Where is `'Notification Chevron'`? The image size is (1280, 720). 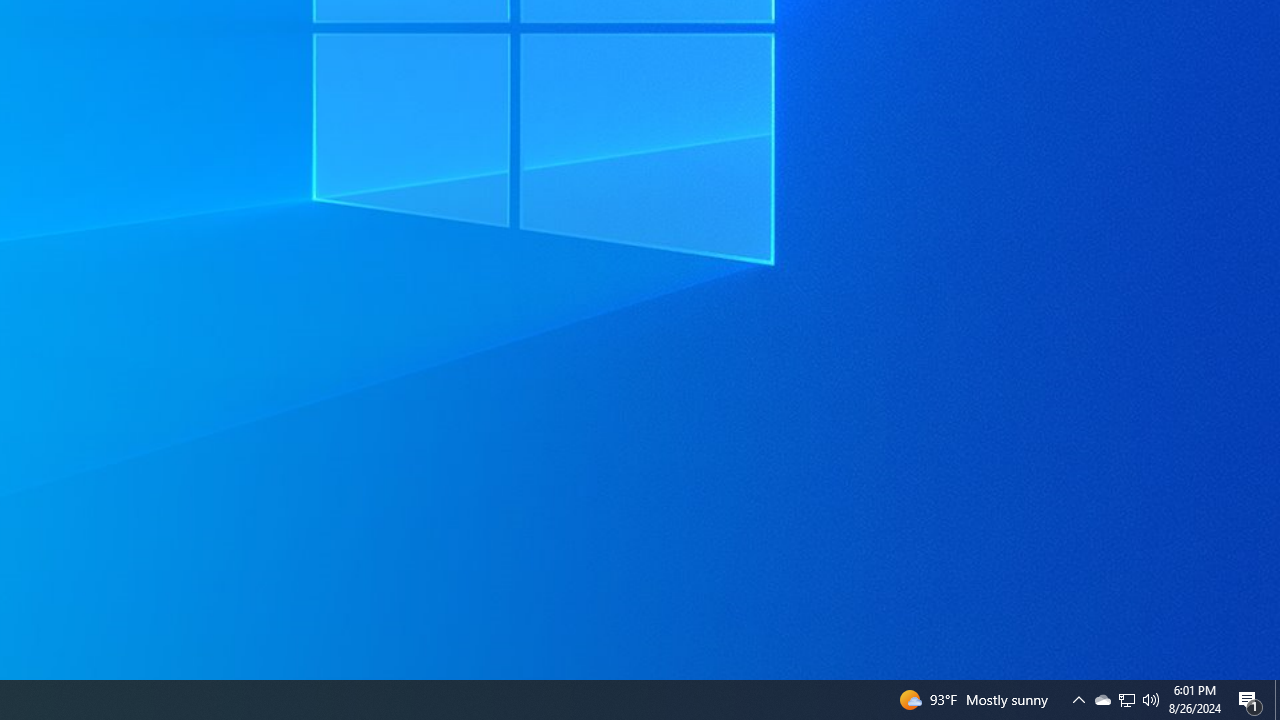 'Notification Chevron' is located at coordinates (1078, 698).